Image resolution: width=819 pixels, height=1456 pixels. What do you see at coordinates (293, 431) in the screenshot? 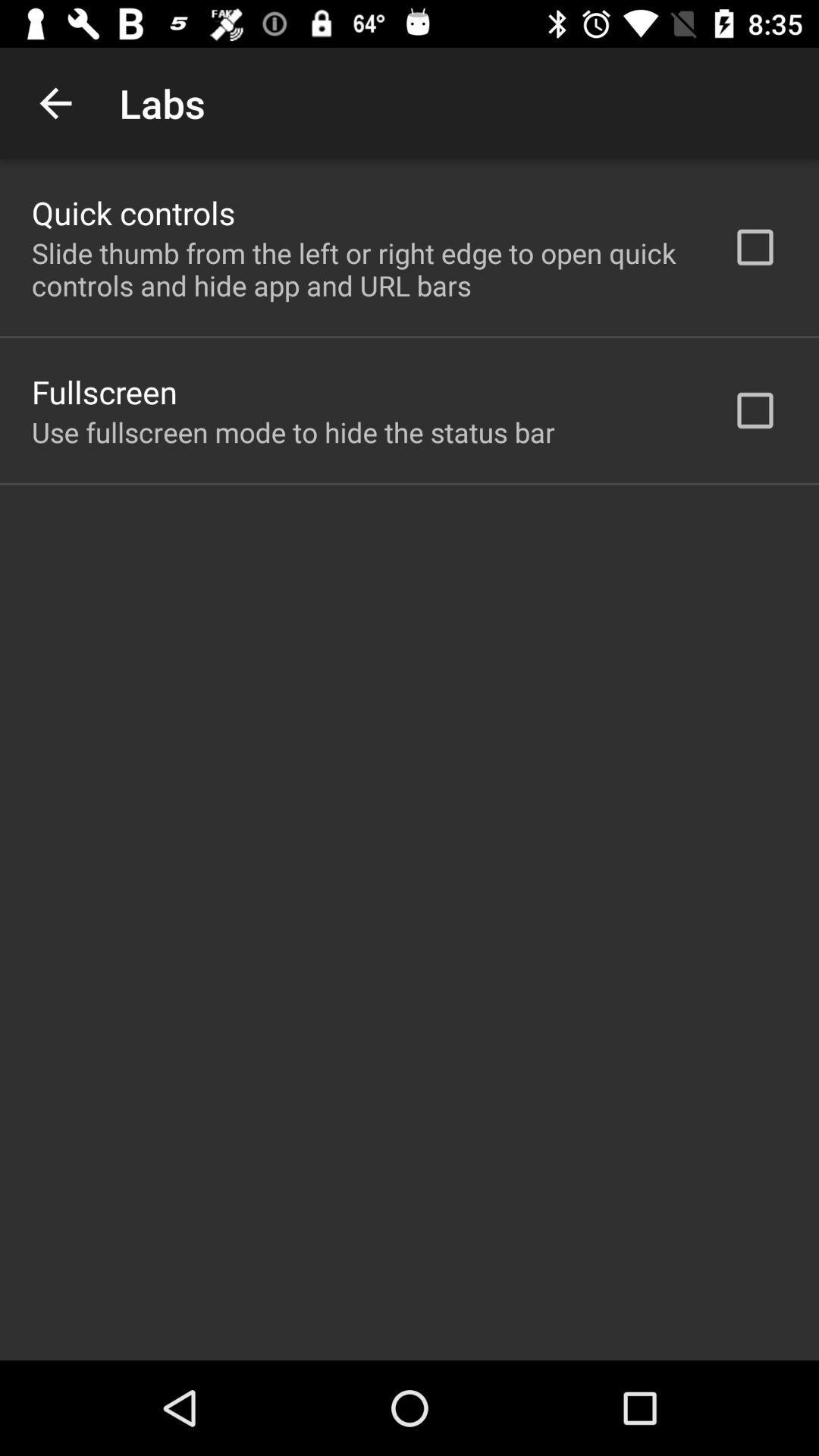
I see `the app below the fullscreen` at bounding box center [293, 431].